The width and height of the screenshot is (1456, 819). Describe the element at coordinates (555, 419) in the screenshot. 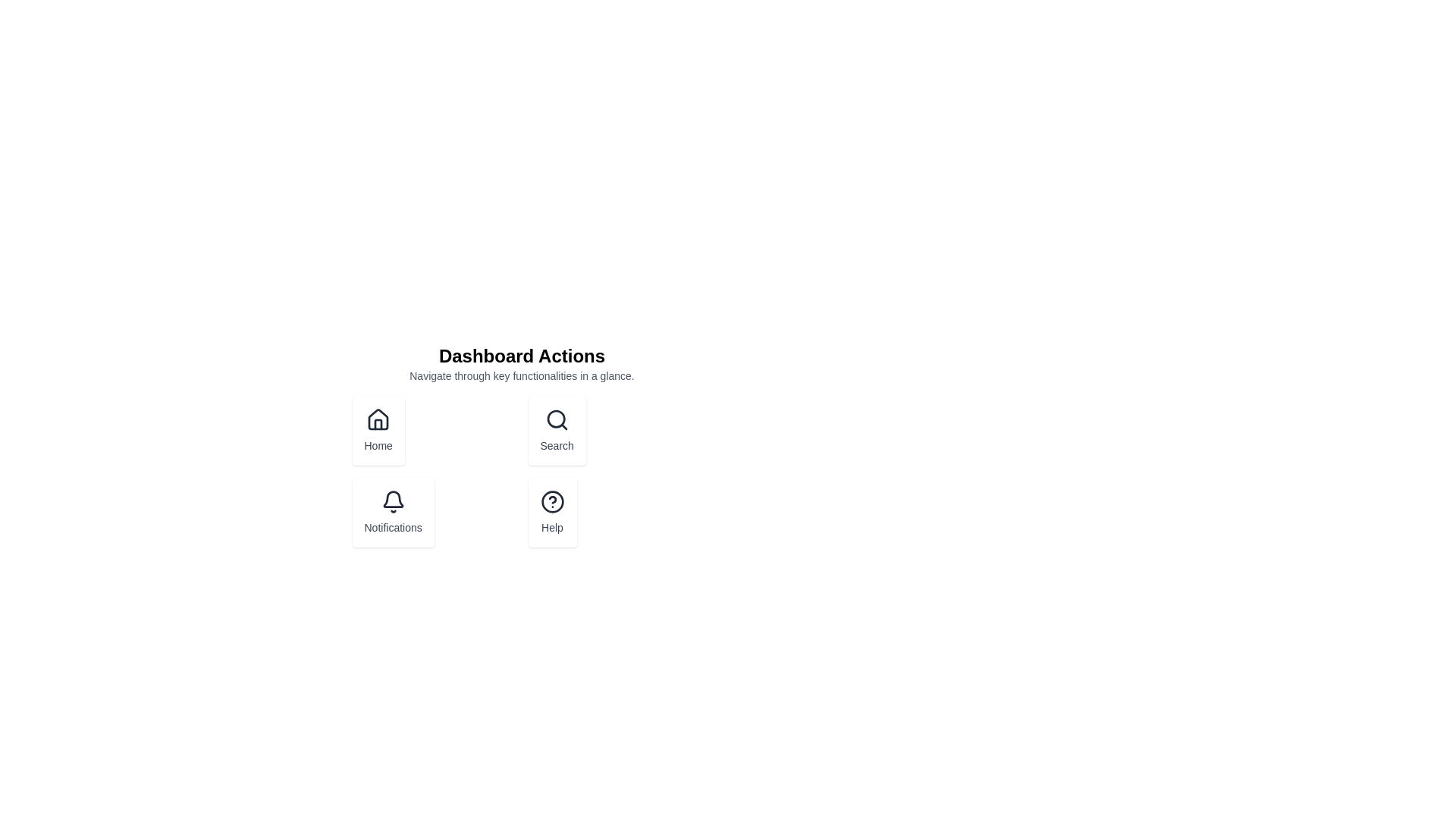

I see `the circular lens of the magnifying glass icon labeled 'Search' located in the top-right quadrant of the grid layout` at that location.